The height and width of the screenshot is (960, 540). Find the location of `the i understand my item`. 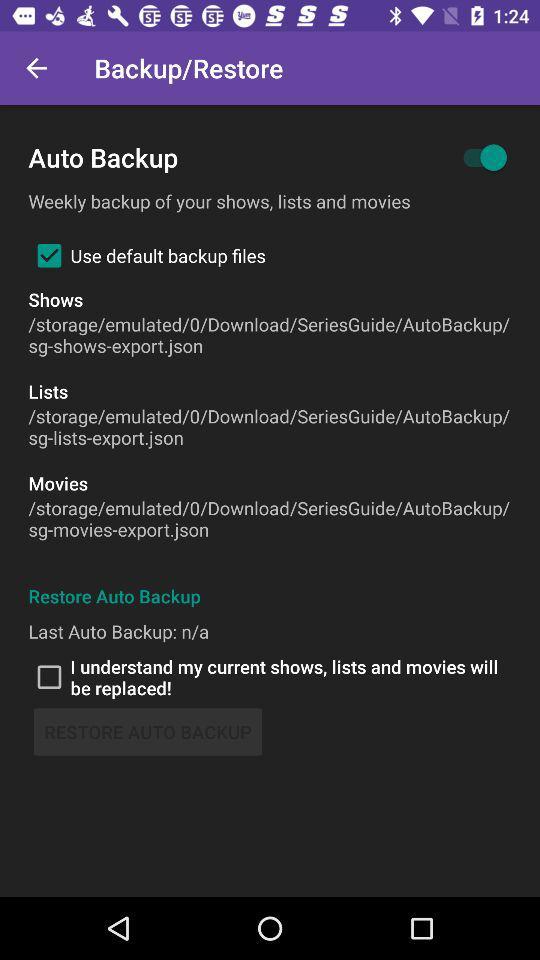

the i understand my item is located at coordinates (270, 677).